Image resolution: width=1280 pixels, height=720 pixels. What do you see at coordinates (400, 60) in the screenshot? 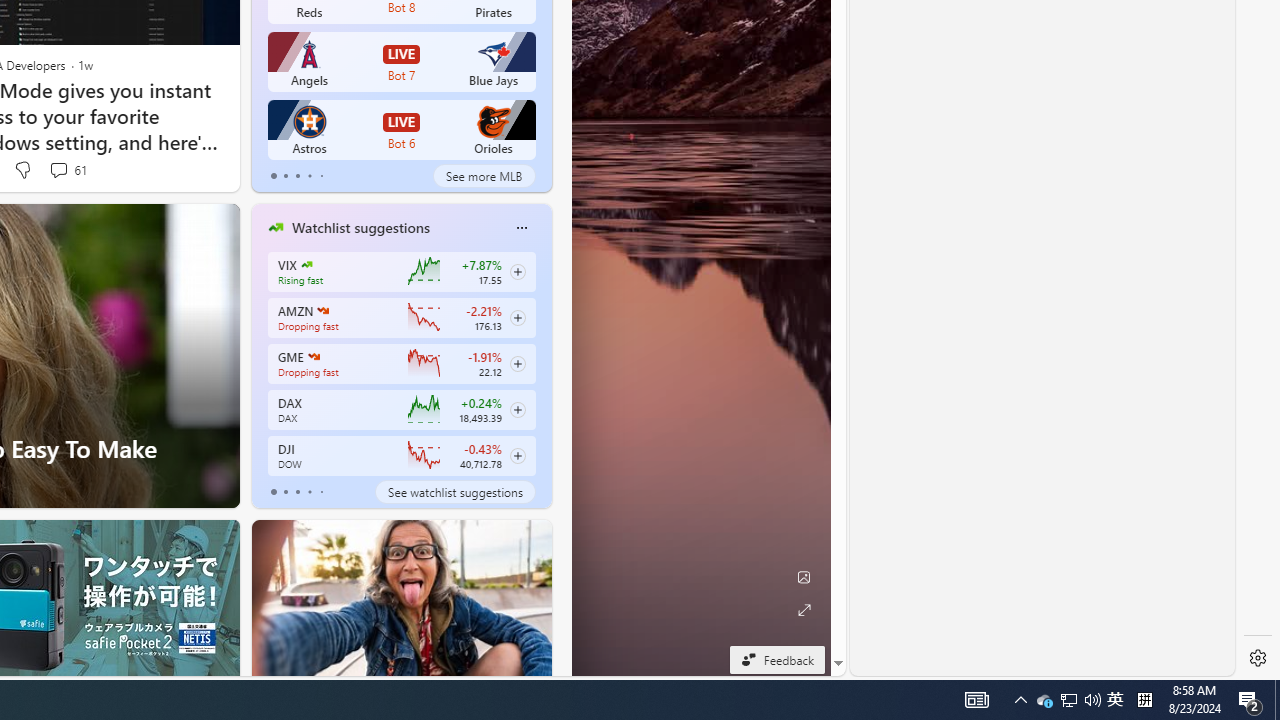
I see `'Angels LIVE Bot 7 Blue Jays'` at bounding box center [400, 60].